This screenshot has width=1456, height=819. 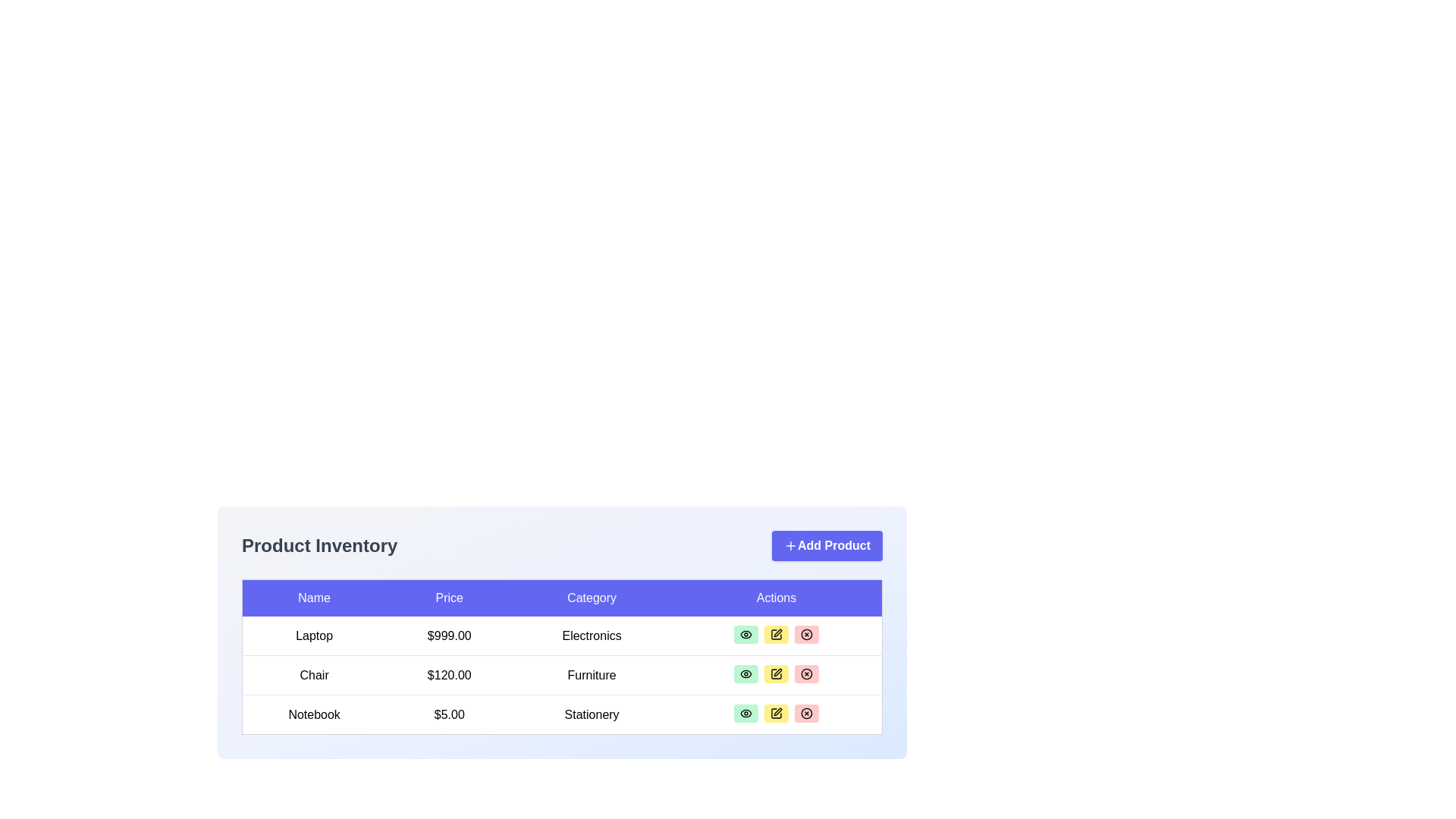 What do you see at coordinates (591, 714) in the screenshot?
I see `the static text label containing the word 'Stationery', which is located in the third cell of the last row of the product inventory table, adjacent to 'Notebook' and '$5.00'` at bounding box center [591, 714].